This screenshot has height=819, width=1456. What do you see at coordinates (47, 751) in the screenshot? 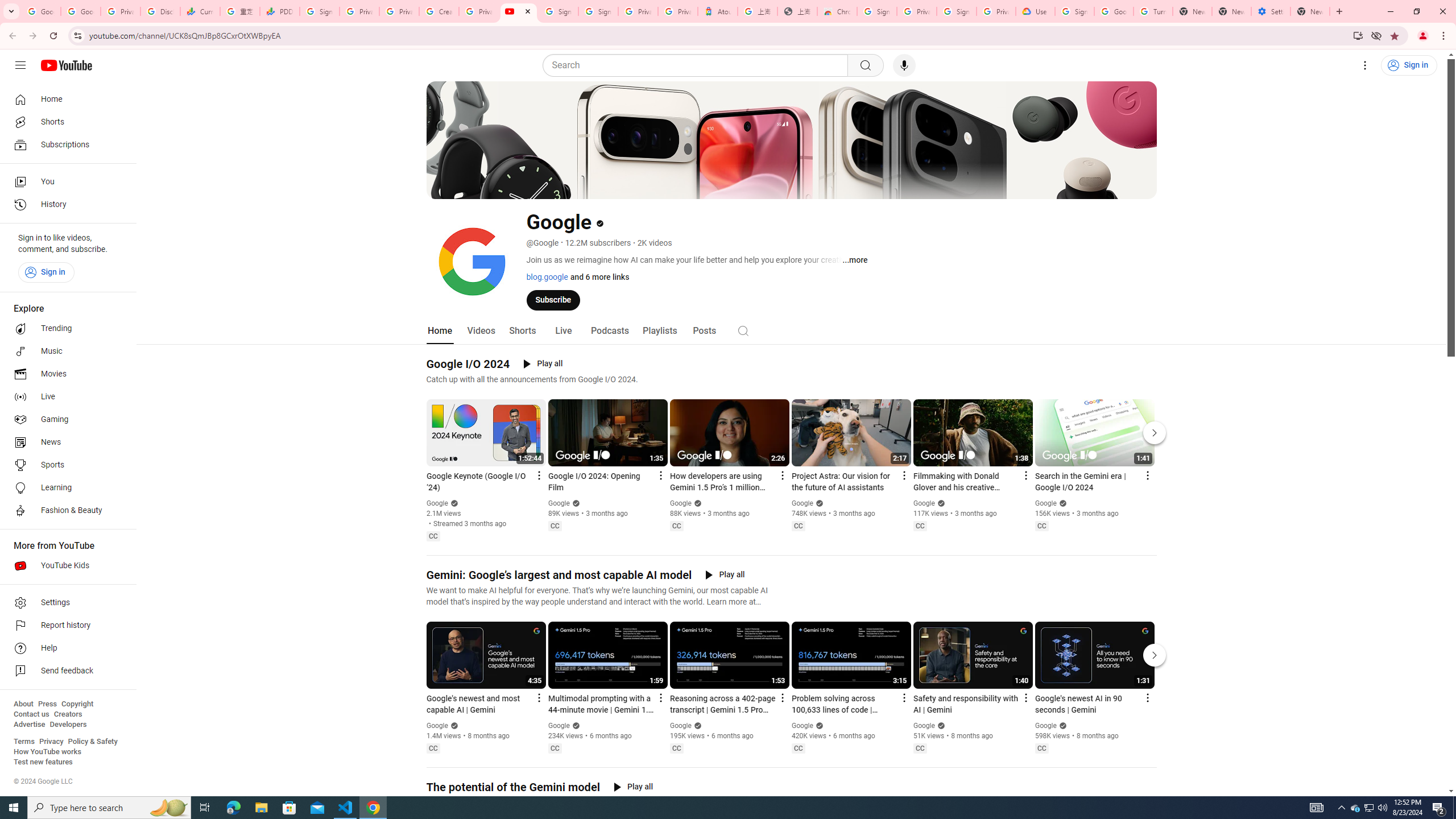
I see `'How YouTube works'` at bounding box center [47, 751].